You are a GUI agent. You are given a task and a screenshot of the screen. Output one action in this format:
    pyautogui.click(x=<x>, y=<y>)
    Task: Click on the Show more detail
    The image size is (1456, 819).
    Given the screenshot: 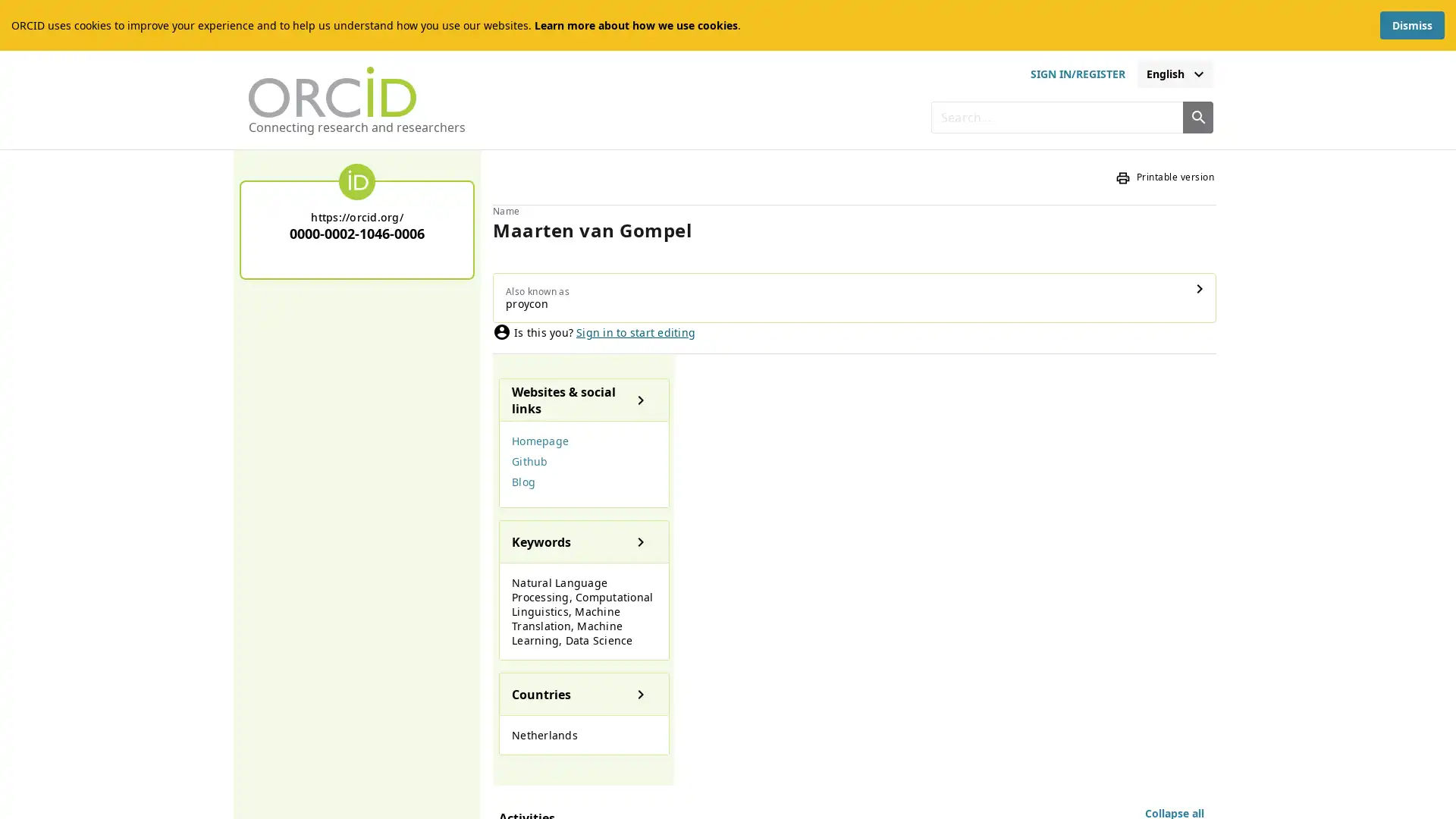 What is the action you would take?
    pyautogui.click(x=1156, y=491)
    